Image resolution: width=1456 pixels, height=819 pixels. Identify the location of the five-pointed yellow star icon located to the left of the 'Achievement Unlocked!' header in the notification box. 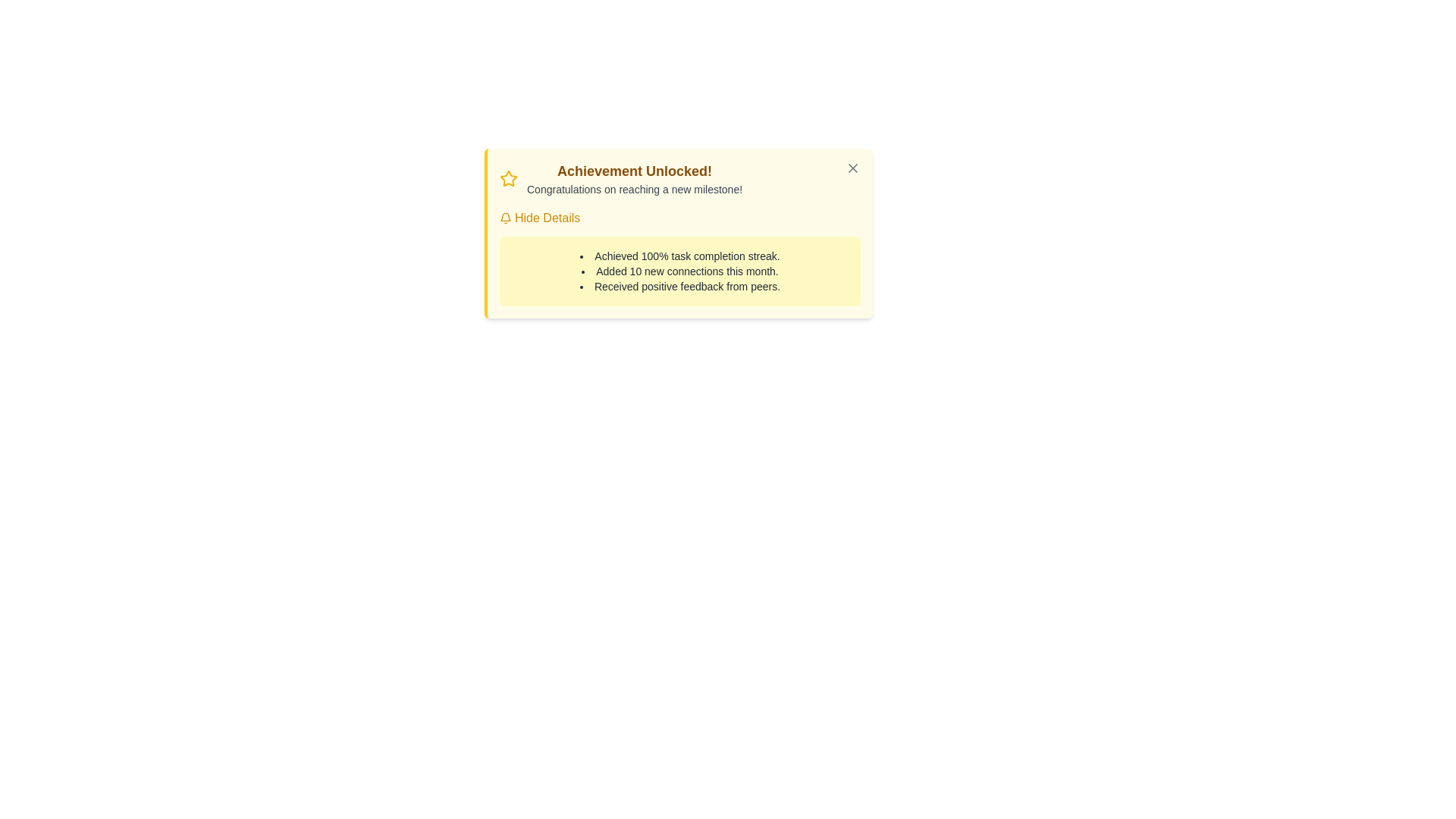
(509, 177).